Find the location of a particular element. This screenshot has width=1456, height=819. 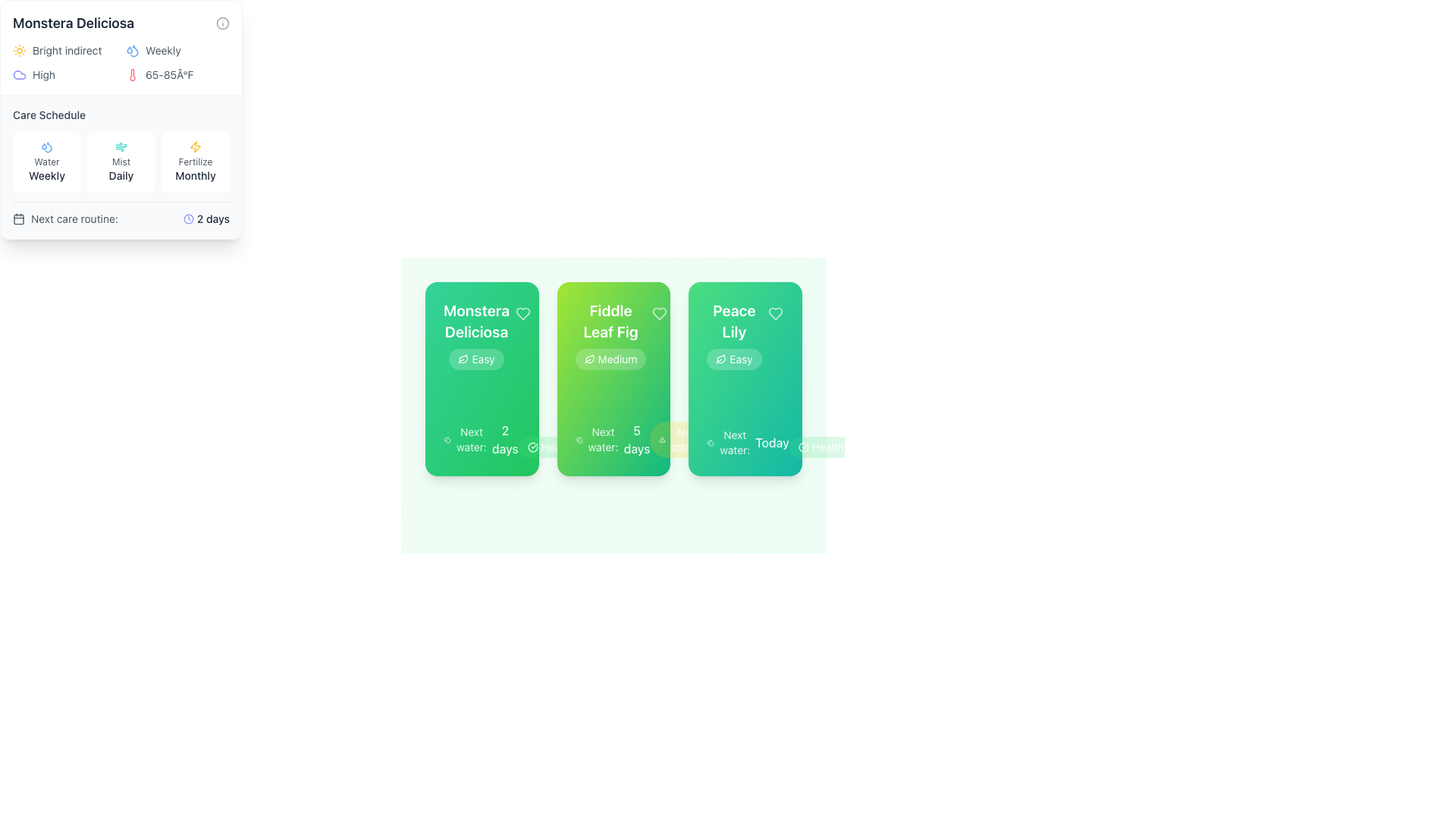

the icons or badges on the plant information card, which is the first card in a row of three, located towards the left side of the interface is located at coordinates (481, 378).